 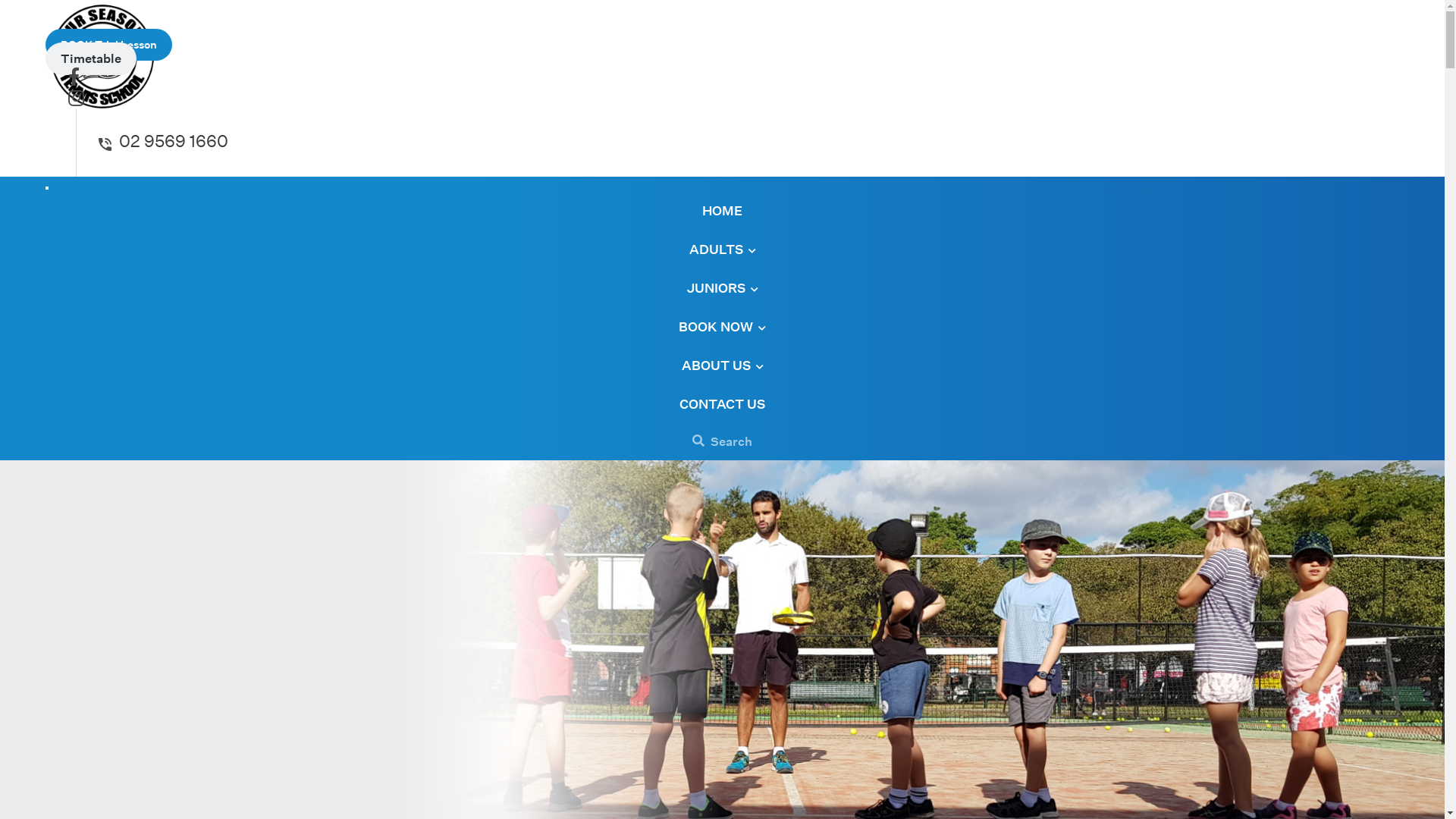 What do you see at coordinates (720, 248) in the screenshot?
I see `'ADULTS'` at bounding box center [720, 248].